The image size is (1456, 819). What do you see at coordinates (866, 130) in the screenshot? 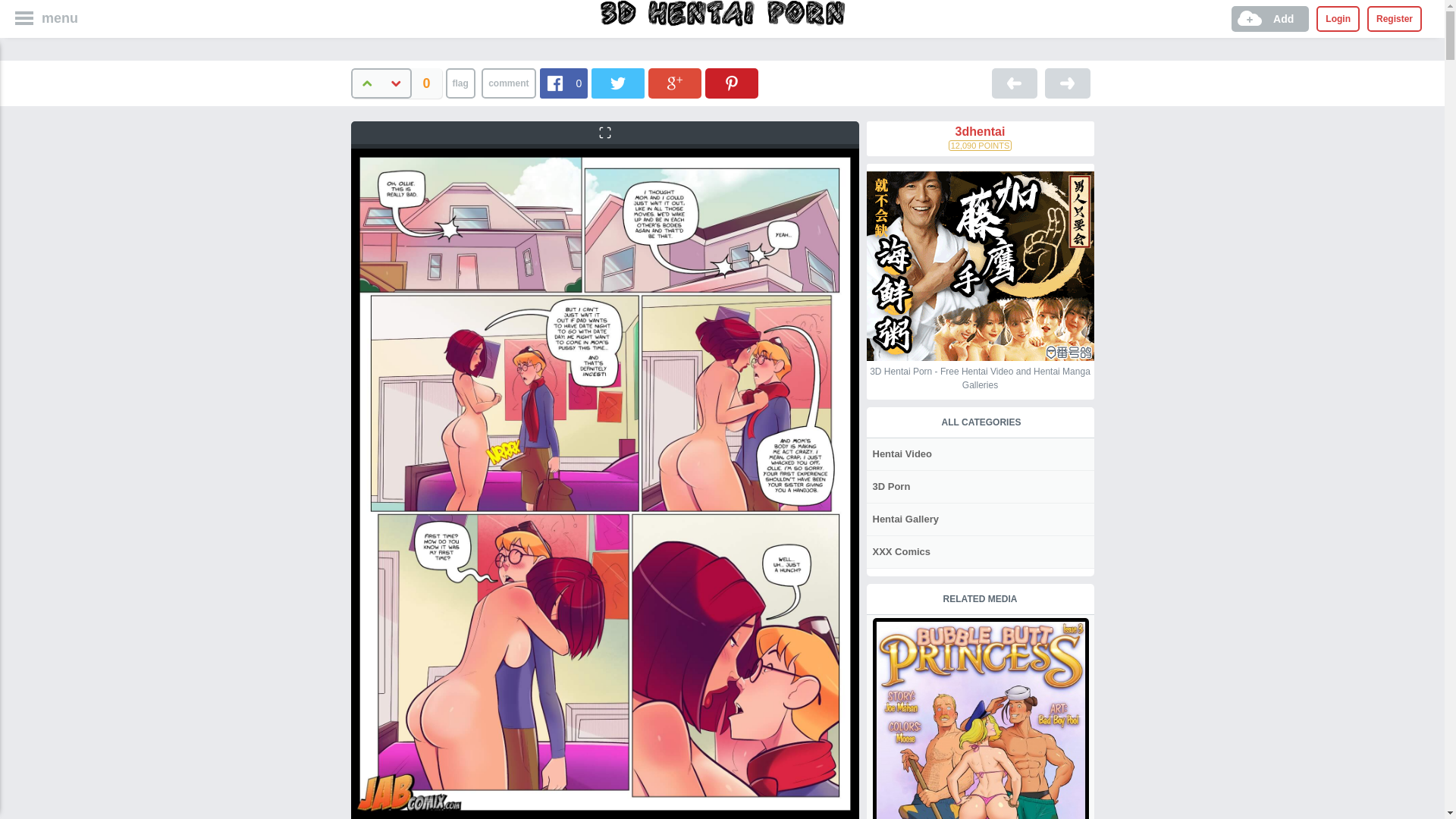
I see `'3dhentai'` at bounding box center [866, 130].